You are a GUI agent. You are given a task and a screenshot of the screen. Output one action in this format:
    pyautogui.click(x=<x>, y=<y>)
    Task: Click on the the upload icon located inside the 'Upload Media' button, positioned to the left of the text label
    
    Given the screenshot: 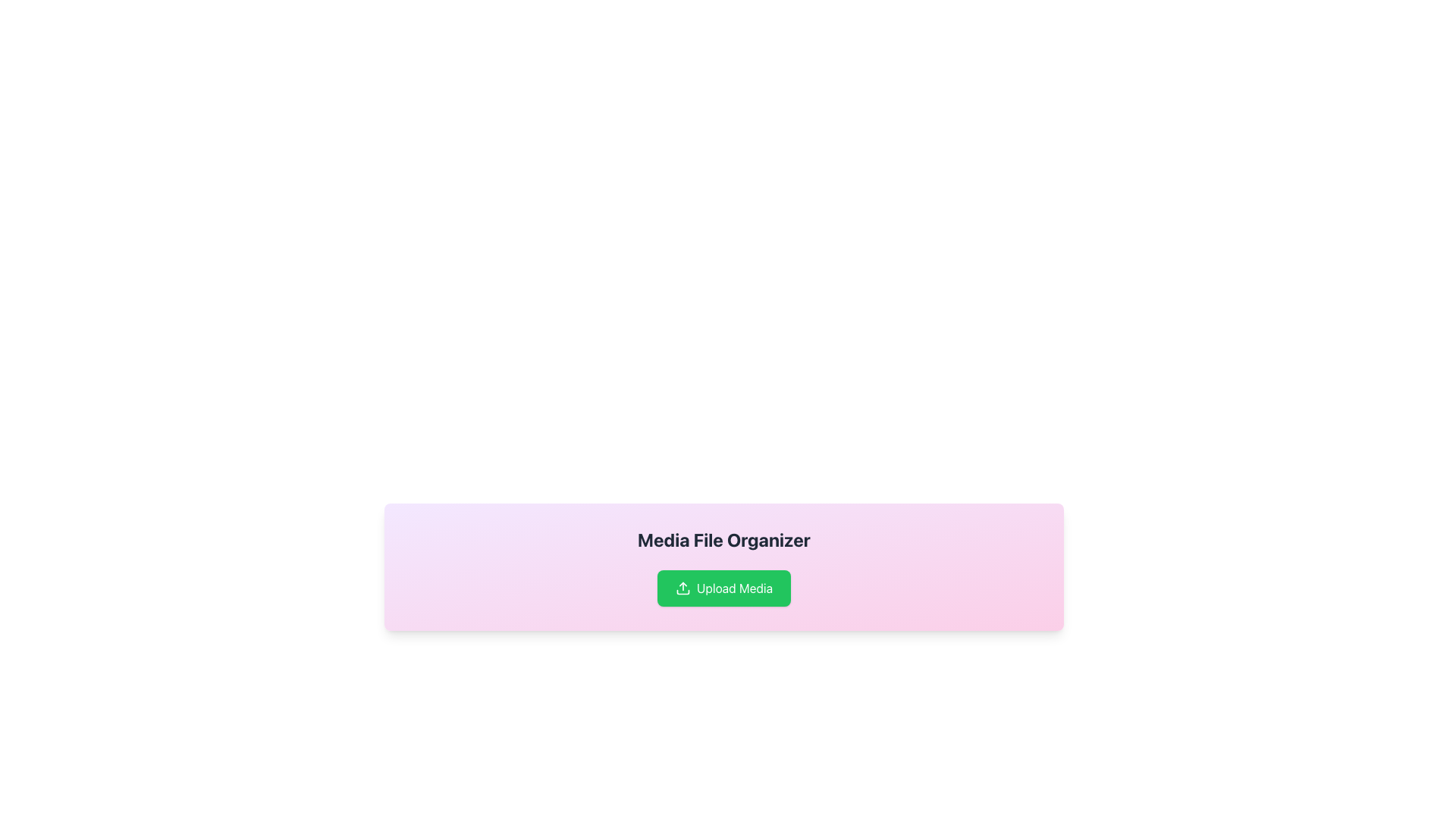 What is the action you would take?
    pyautogui.click(x=682, y=587)
    